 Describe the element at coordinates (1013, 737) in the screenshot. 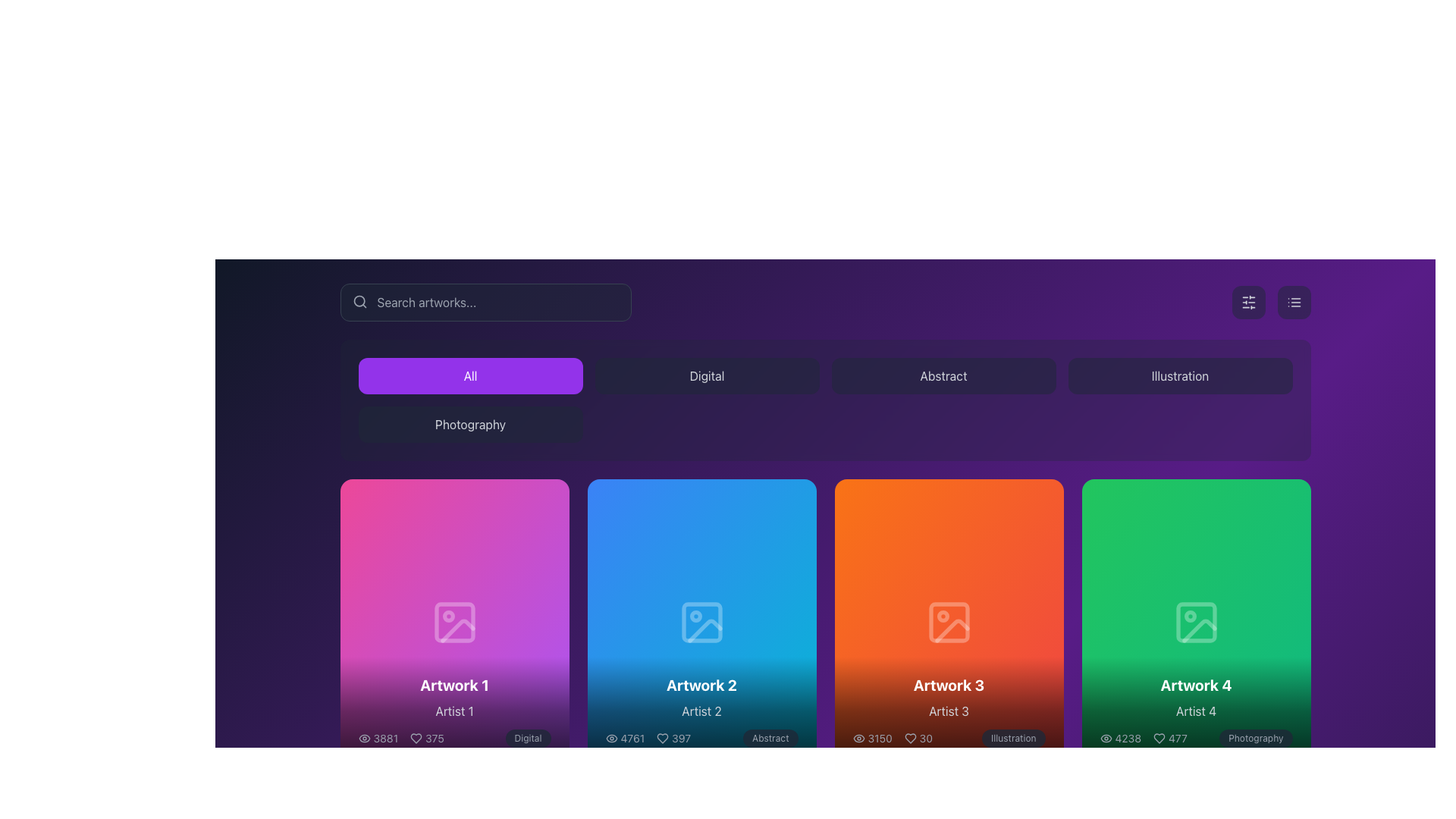

I see `the information displayed in the pill-shaped label with the text 'Illustration' in light gray, located at the bottom-right corner of the card representing 'Artwork 3'` at that location.